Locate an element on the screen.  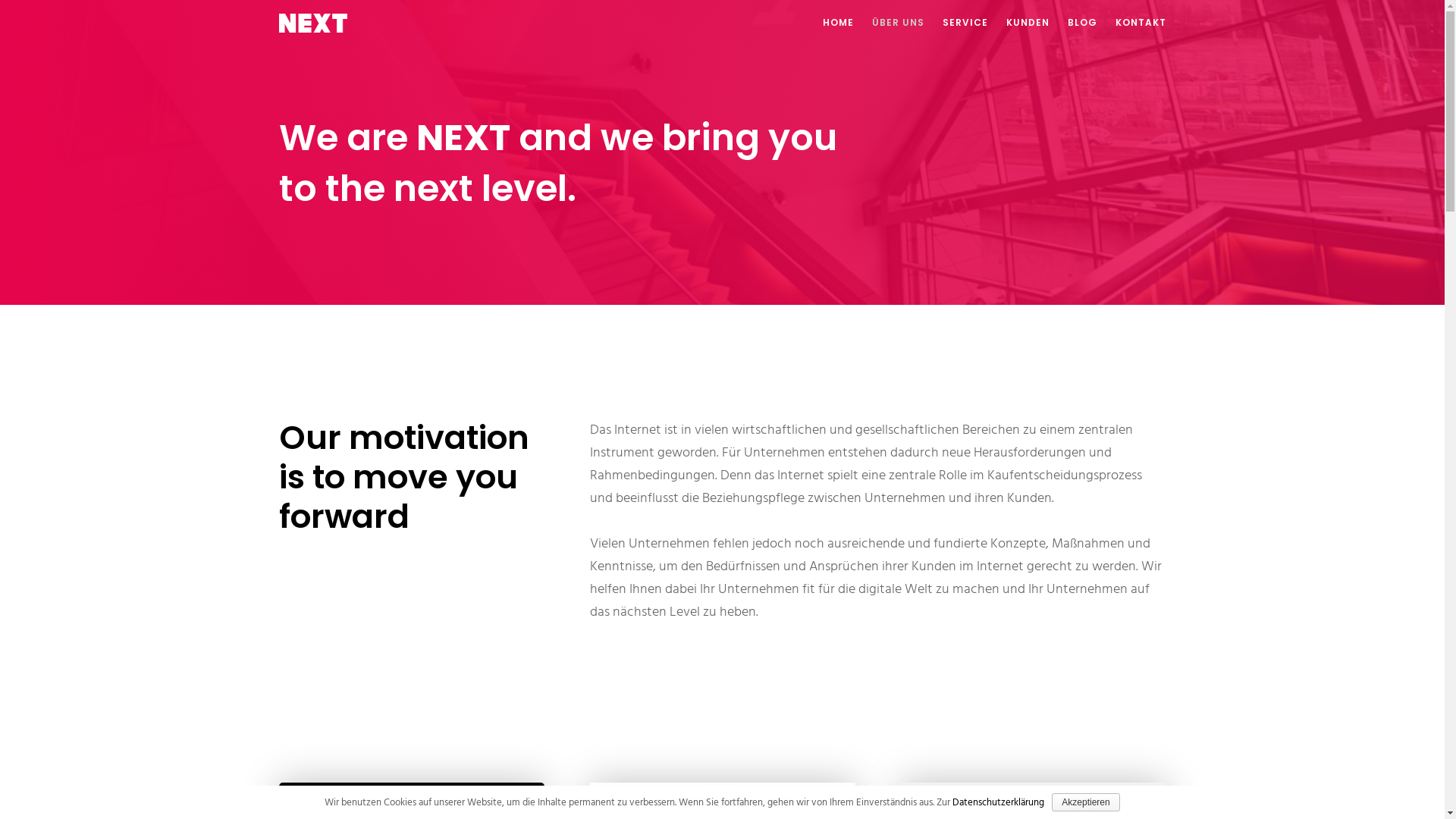
'KONTAKT' is located at coordinates (1131, 23).